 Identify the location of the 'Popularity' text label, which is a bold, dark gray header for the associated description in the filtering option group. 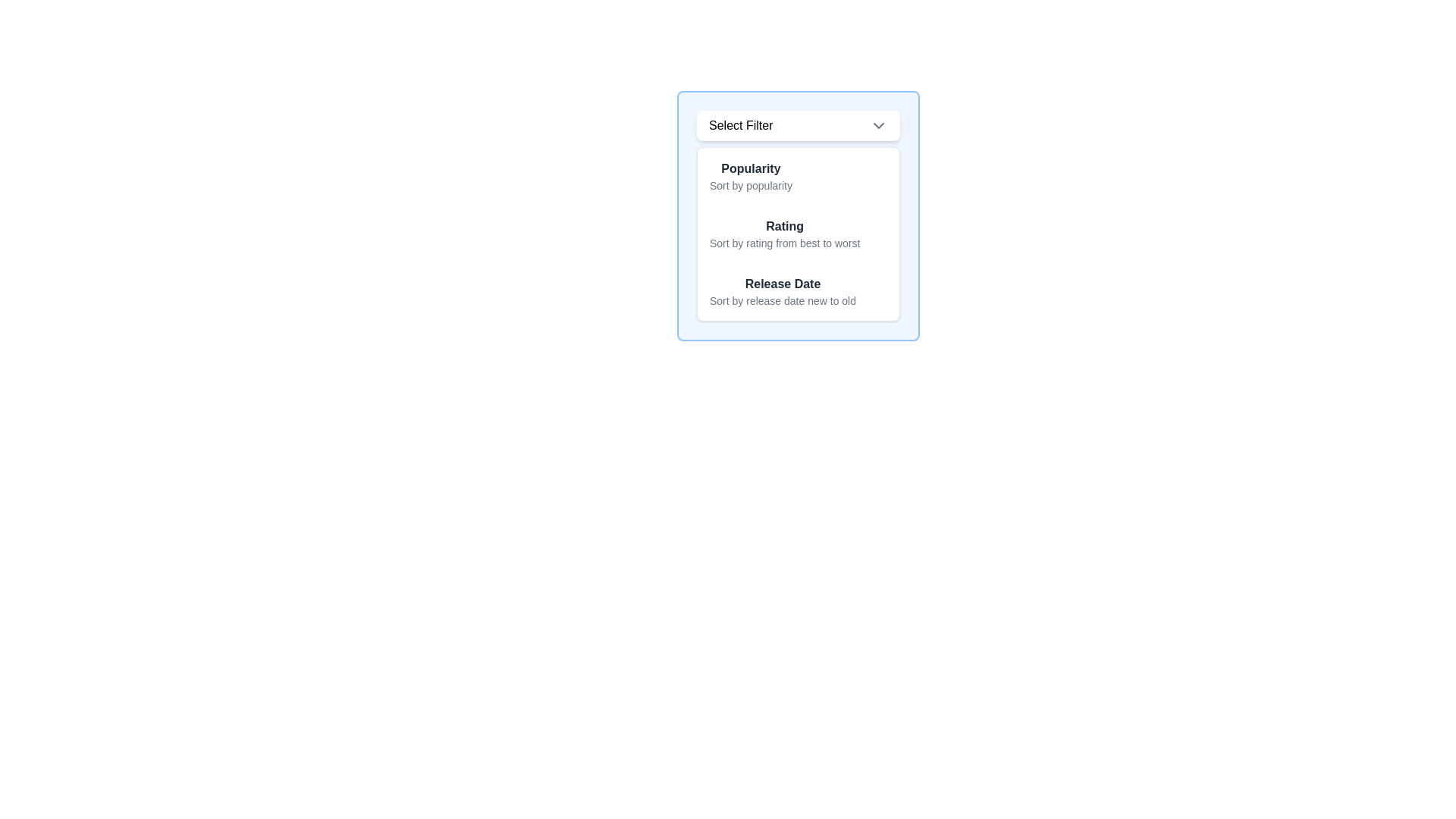
(751, 169).